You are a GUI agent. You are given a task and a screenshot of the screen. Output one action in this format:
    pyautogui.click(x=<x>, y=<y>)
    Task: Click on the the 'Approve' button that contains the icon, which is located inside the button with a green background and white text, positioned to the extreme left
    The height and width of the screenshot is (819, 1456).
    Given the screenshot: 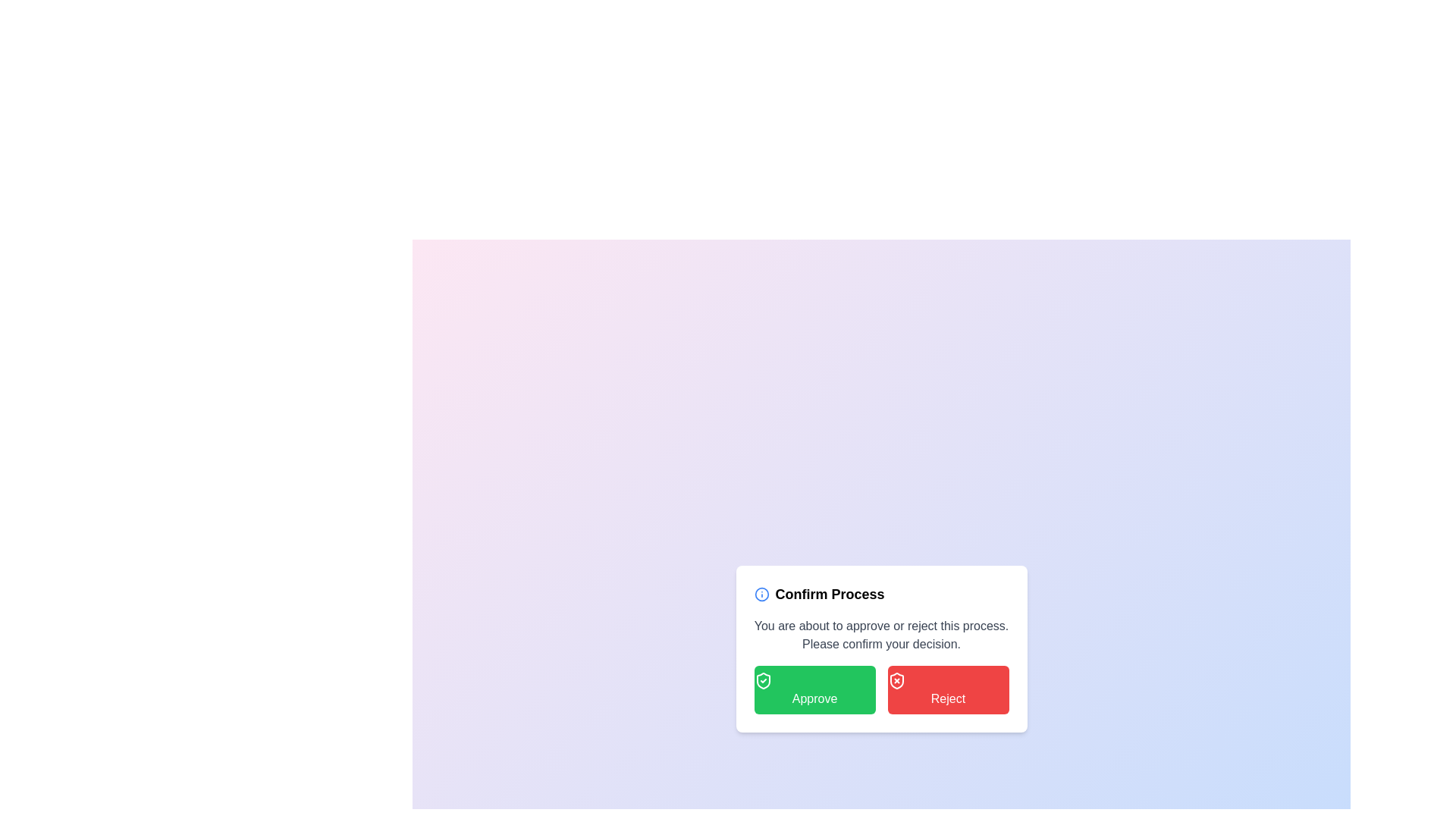 What is the action you would take?
    pyautogui.click(x=763, y=680)
    